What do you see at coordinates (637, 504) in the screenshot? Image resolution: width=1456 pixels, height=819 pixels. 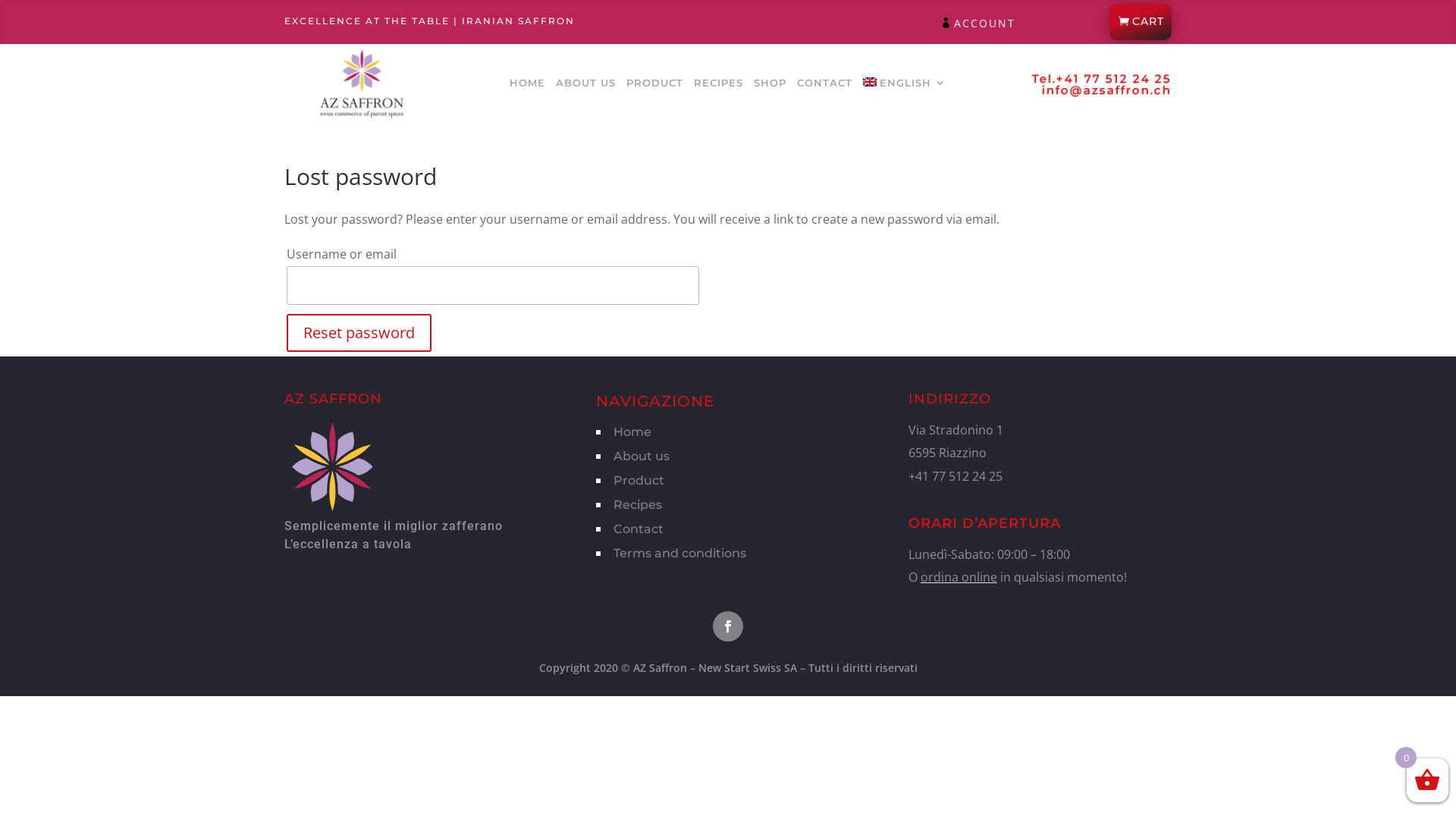 I see `'Recipes'` at bounding box center [637, 504].